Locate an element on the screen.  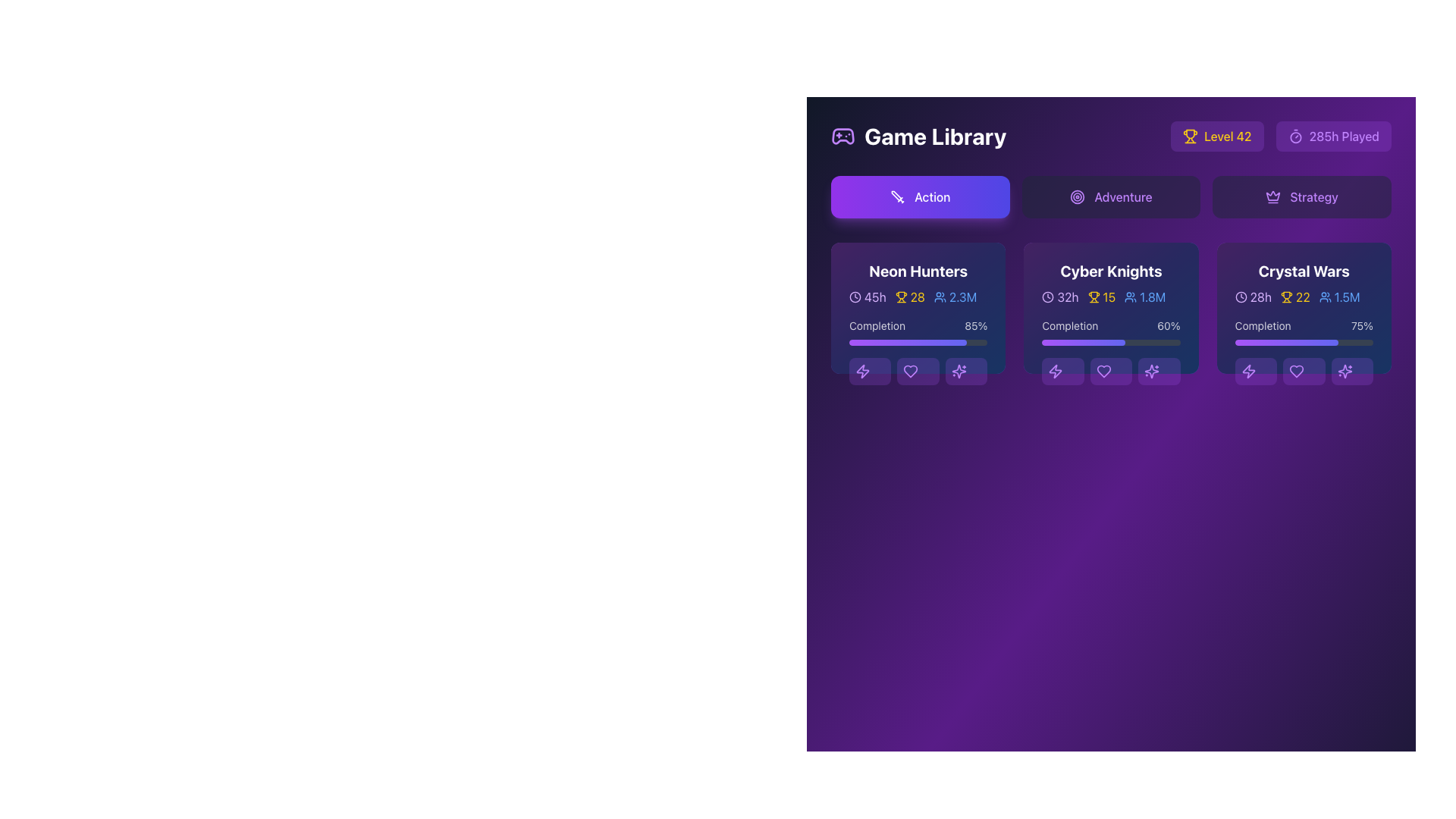
the text label within the interactive button element that describes 'Adventure'-themed content for accessibility features is located at coordinates (1123, 196).